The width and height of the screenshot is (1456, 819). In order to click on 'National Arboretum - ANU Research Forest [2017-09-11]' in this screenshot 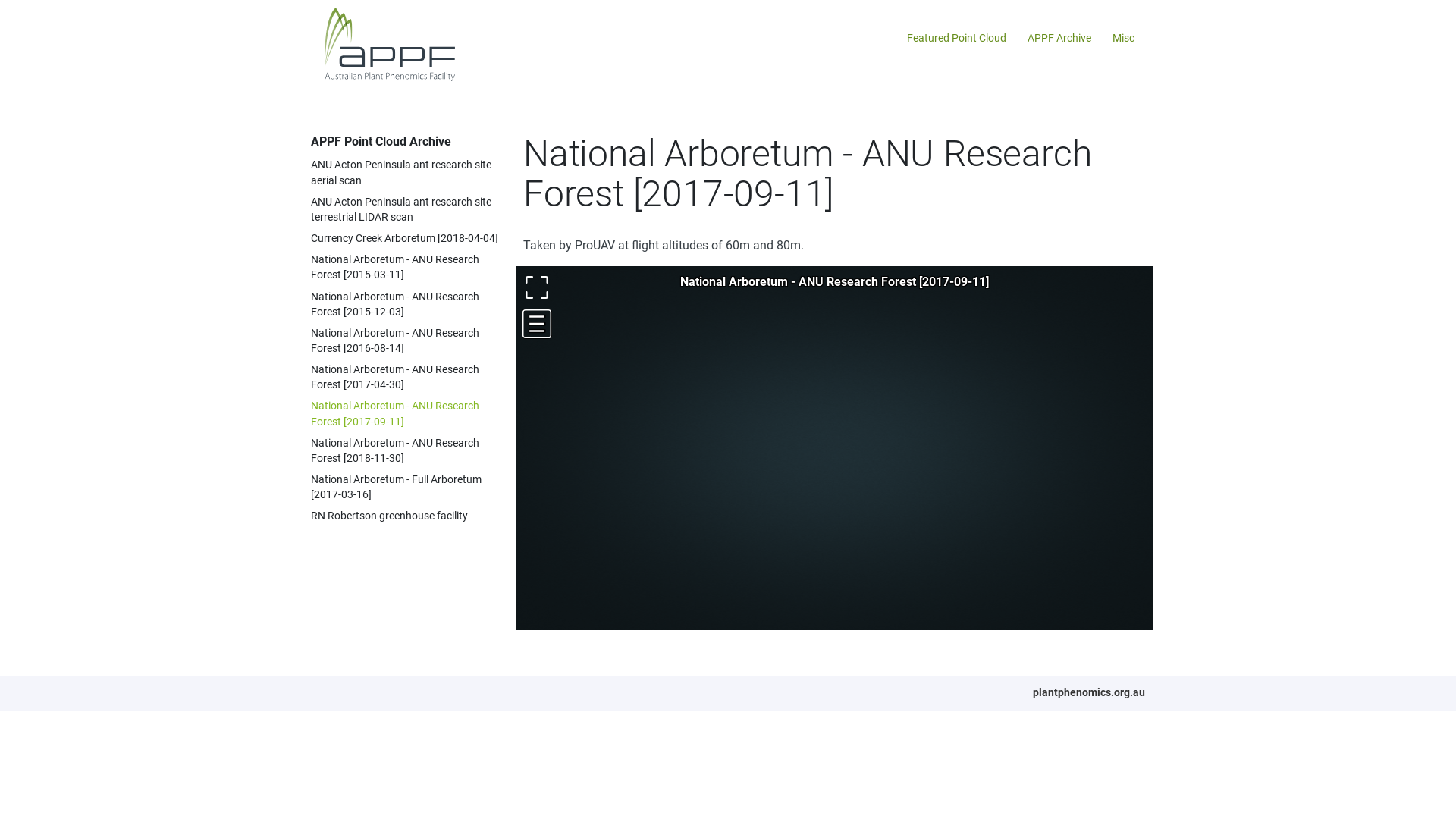, I will do `click(395, 413)`.